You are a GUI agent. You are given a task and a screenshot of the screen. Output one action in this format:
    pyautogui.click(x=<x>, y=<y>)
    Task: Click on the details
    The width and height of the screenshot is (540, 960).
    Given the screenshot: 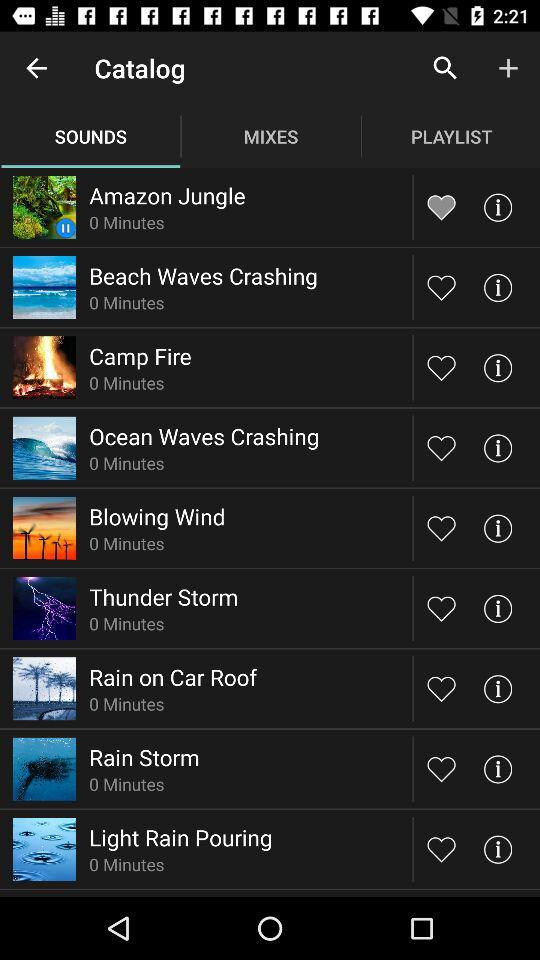 What is the action you would take?
    pyautogui.click(x=496, y=688)
    